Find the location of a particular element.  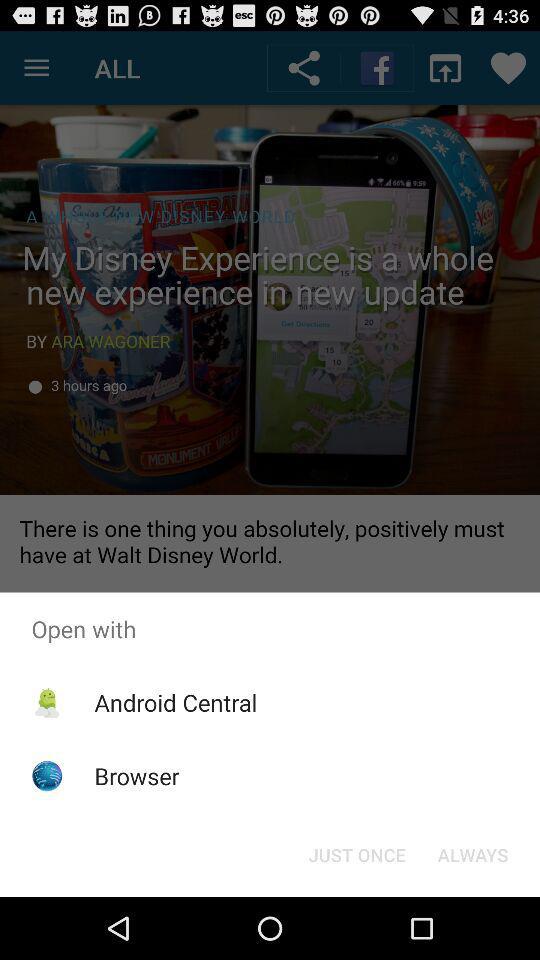

the app below the android central icon is located at coordinates (136, 775).